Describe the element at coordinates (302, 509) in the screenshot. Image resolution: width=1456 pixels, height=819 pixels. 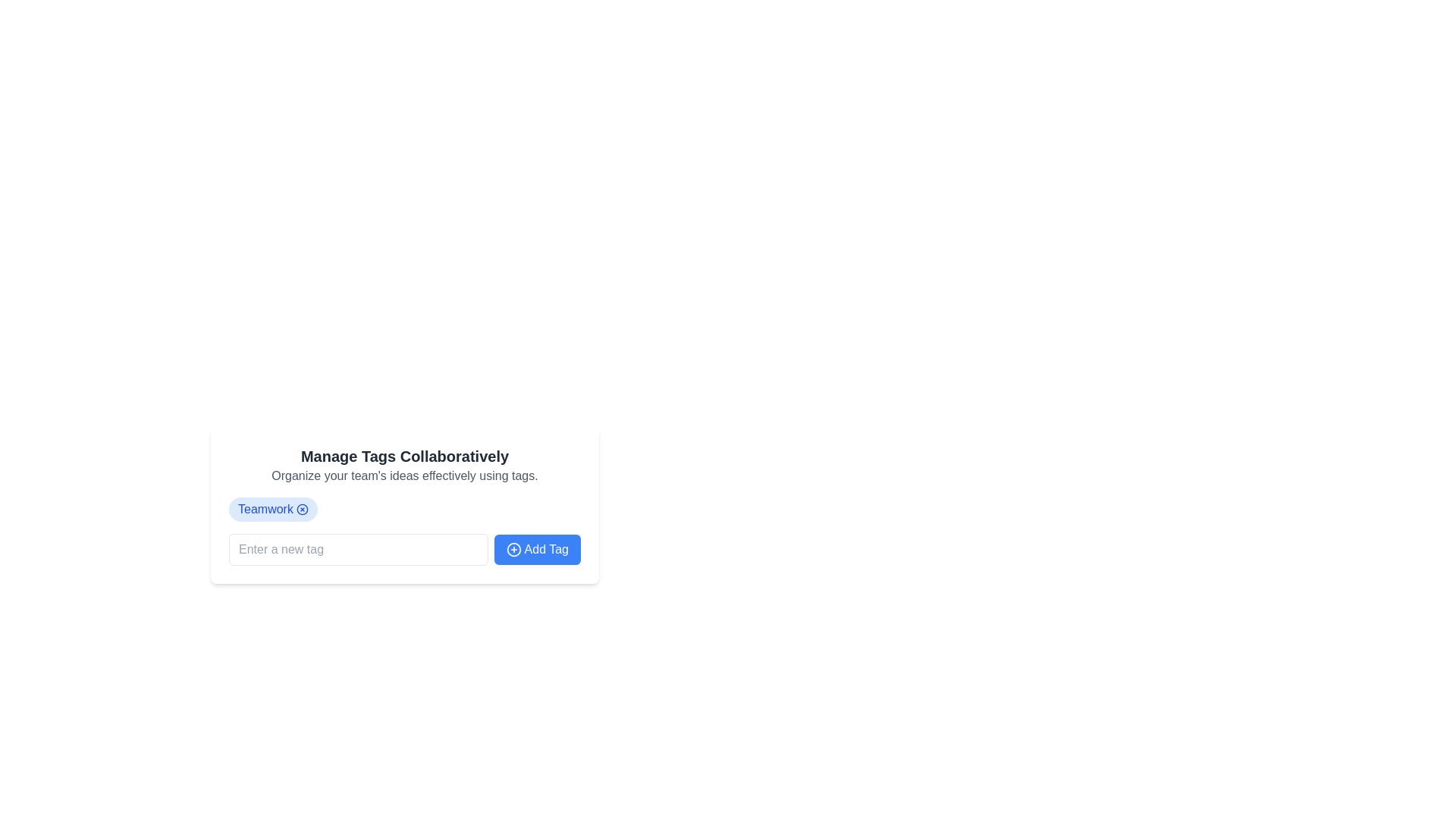
I see `the Close button located on the far-right of the 'Teamwork' tag` at that location.